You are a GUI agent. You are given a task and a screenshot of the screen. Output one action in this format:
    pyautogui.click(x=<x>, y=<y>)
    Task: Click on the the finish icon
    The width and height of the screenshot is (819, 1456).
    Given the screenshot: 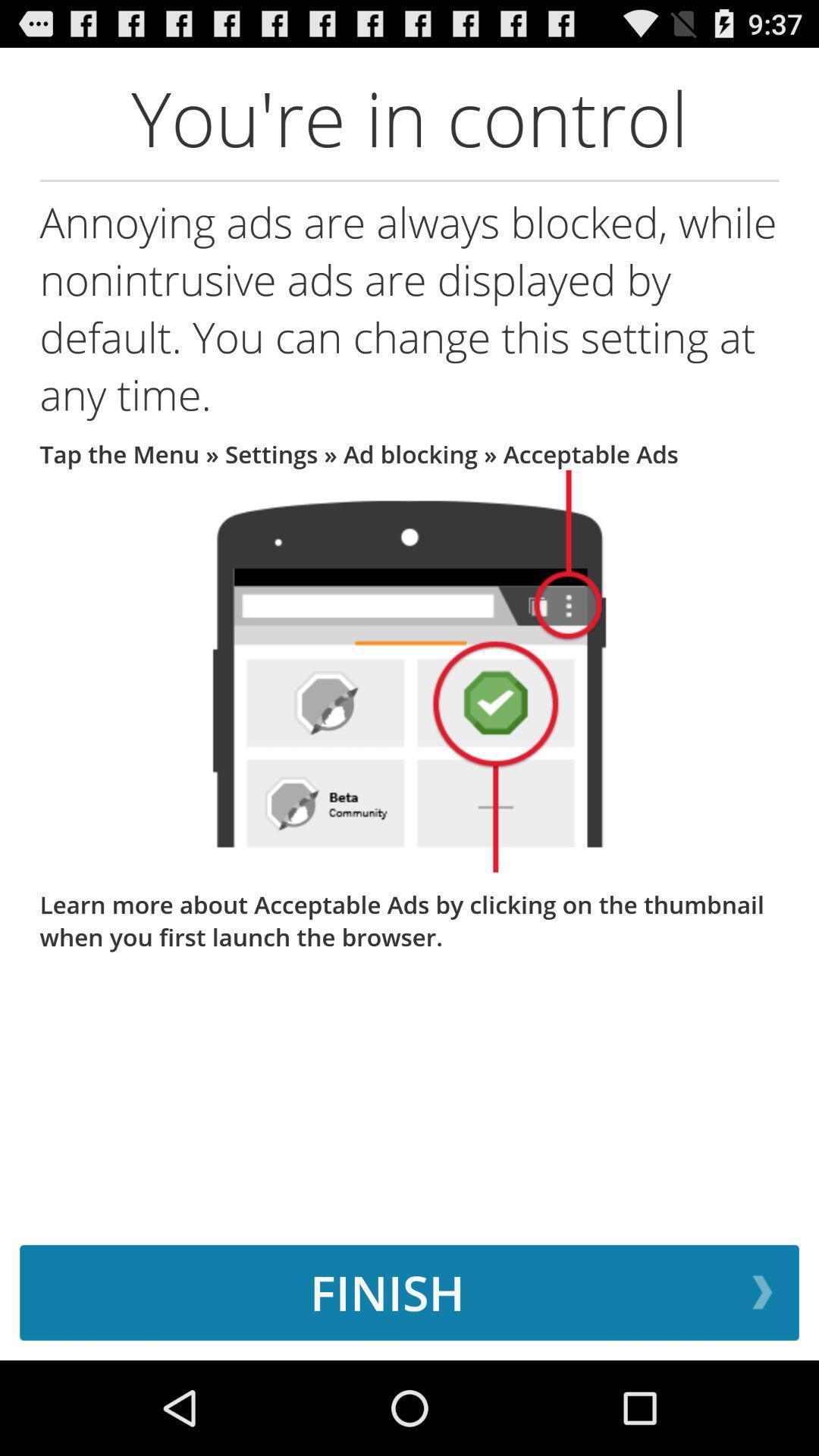 What is the action you would take?
    pyautogui.click(x=409, y=1291)
    